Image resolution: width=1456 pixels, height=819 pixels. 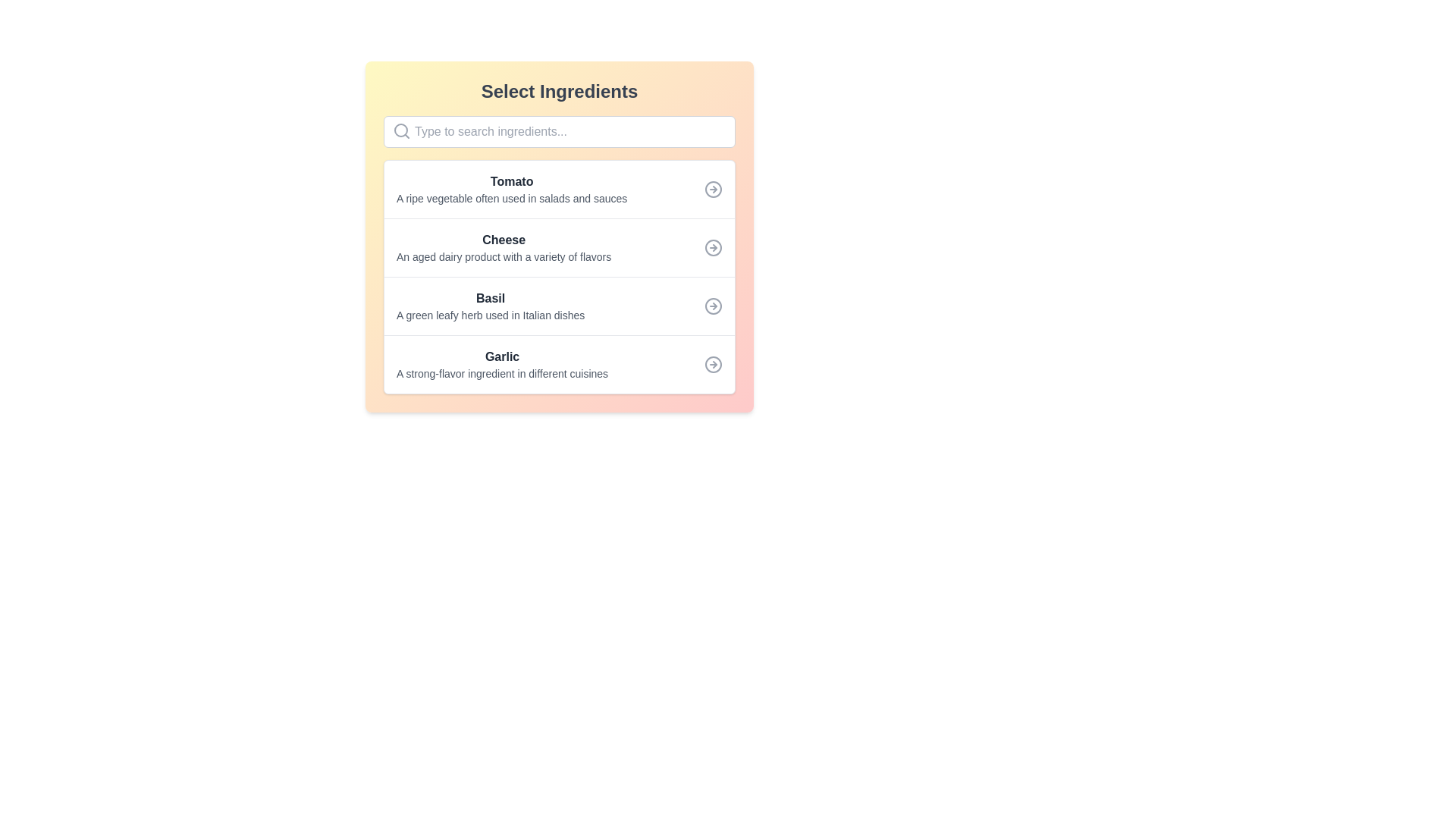 I want to click on the circular icon with a right-pointing gray arrow located in the 'Cheese' row at the far right, so click(x=712, y=247).